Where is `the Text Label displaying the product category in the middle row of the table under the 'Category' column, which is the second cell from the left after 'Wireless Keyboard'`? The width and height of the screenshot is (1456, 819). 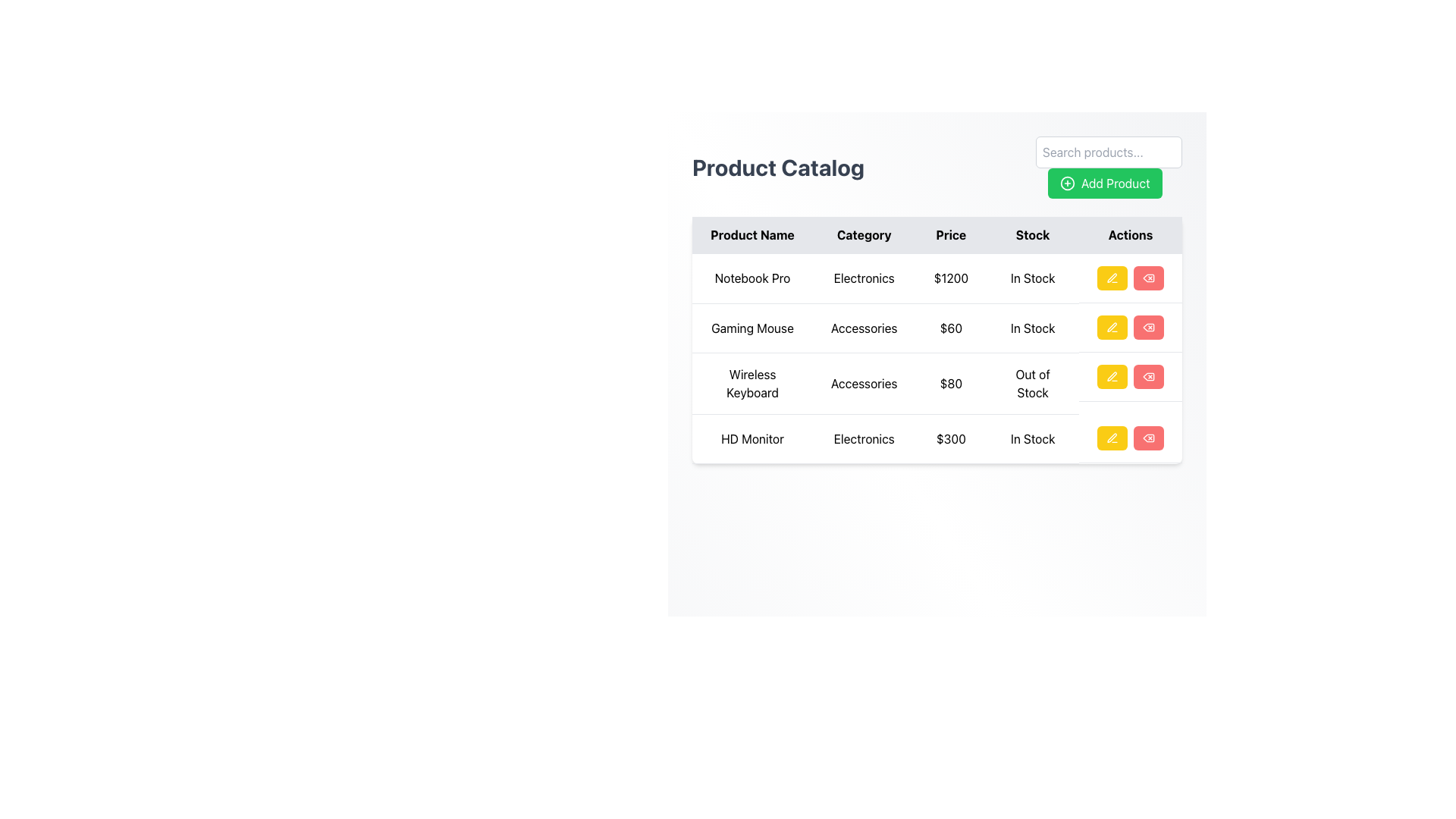
the Text Label displaying the product category in the middle row of the table under the 'Category' column, which is the second cell from the left after 'Wireless Keyboard' is located at coordinates (864, 382).